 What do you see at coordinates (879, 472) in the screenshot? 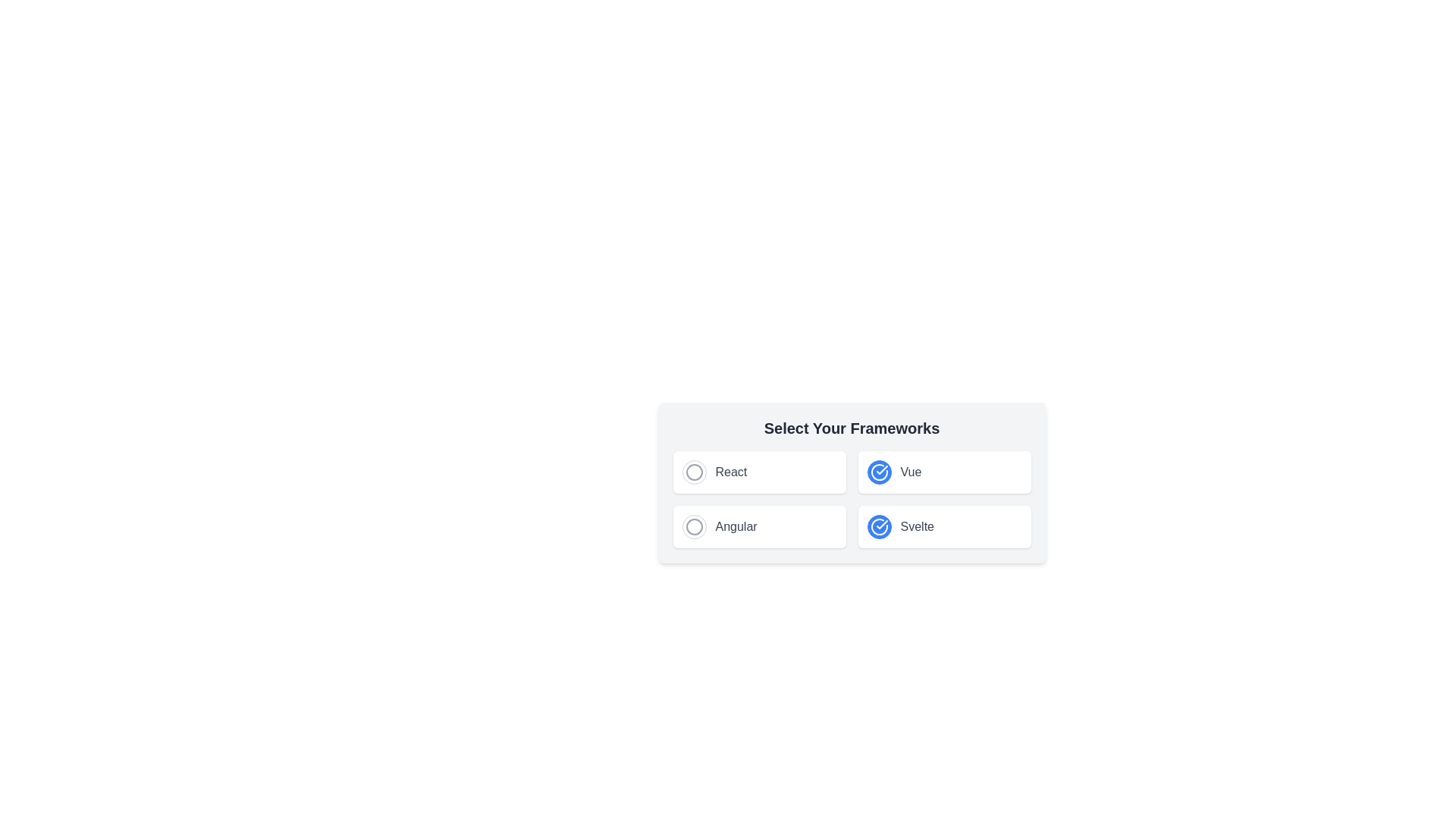
I see `the Circular selection indicator button` at bounding box center [879, 472].